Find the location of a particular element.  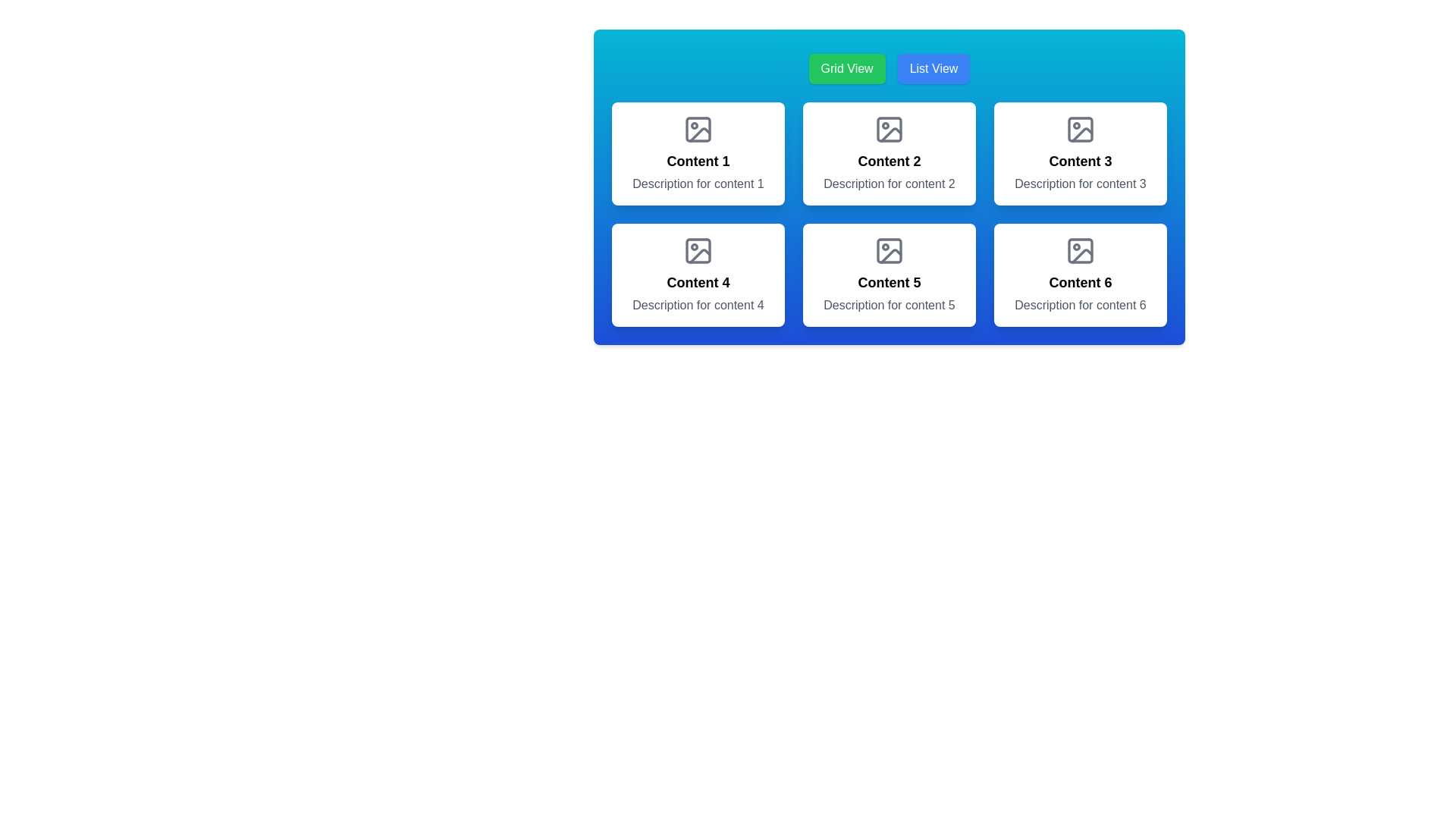

the card containing the title 'Content 1' and description 'Description for content 1', which is positioned in the first column of the top row in a grid of six cards is located at coordinates (698, 154).